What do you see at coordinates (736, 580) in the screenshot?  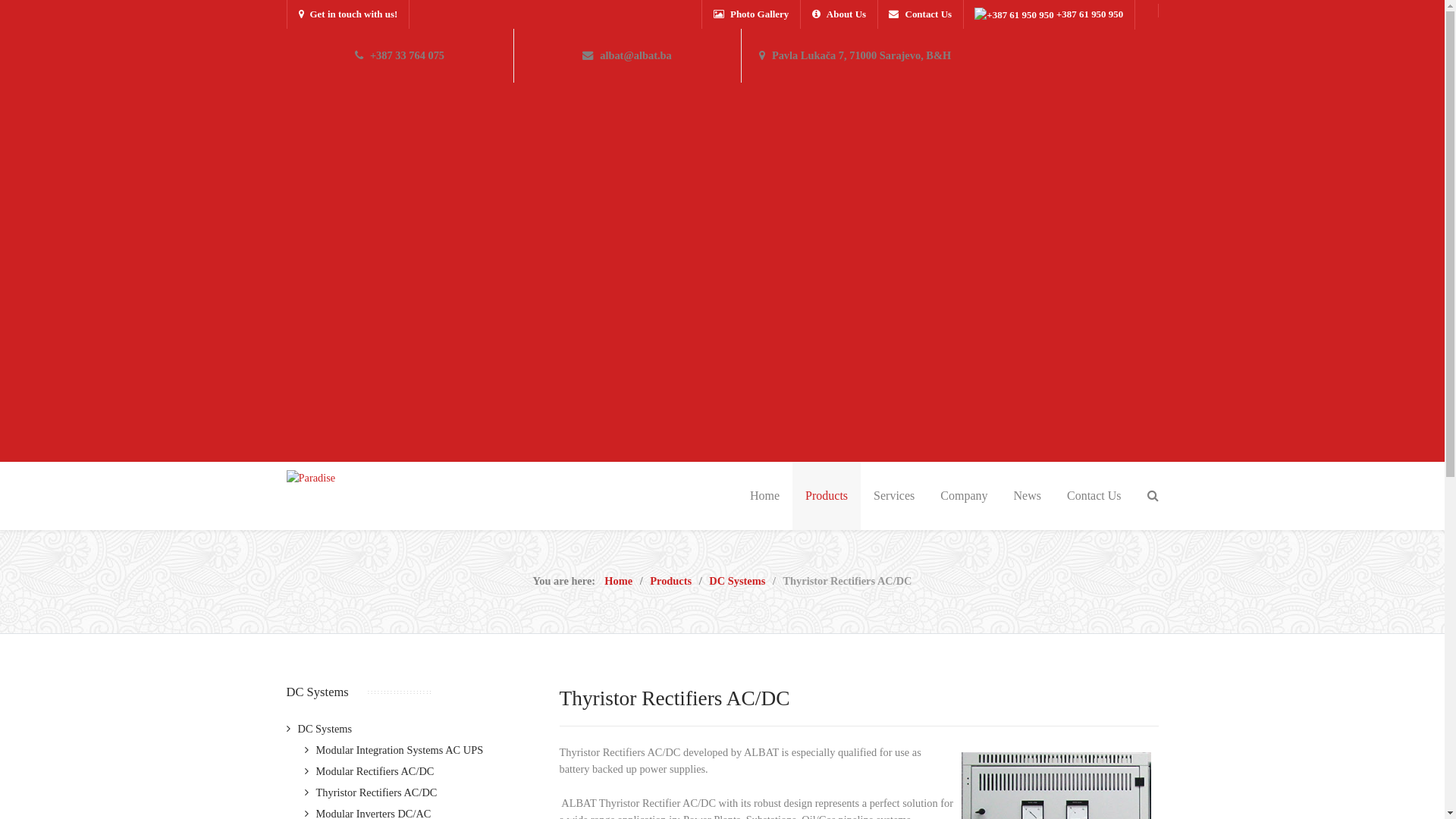 I see `'DC Systems'` at bounding box center [736, 580].